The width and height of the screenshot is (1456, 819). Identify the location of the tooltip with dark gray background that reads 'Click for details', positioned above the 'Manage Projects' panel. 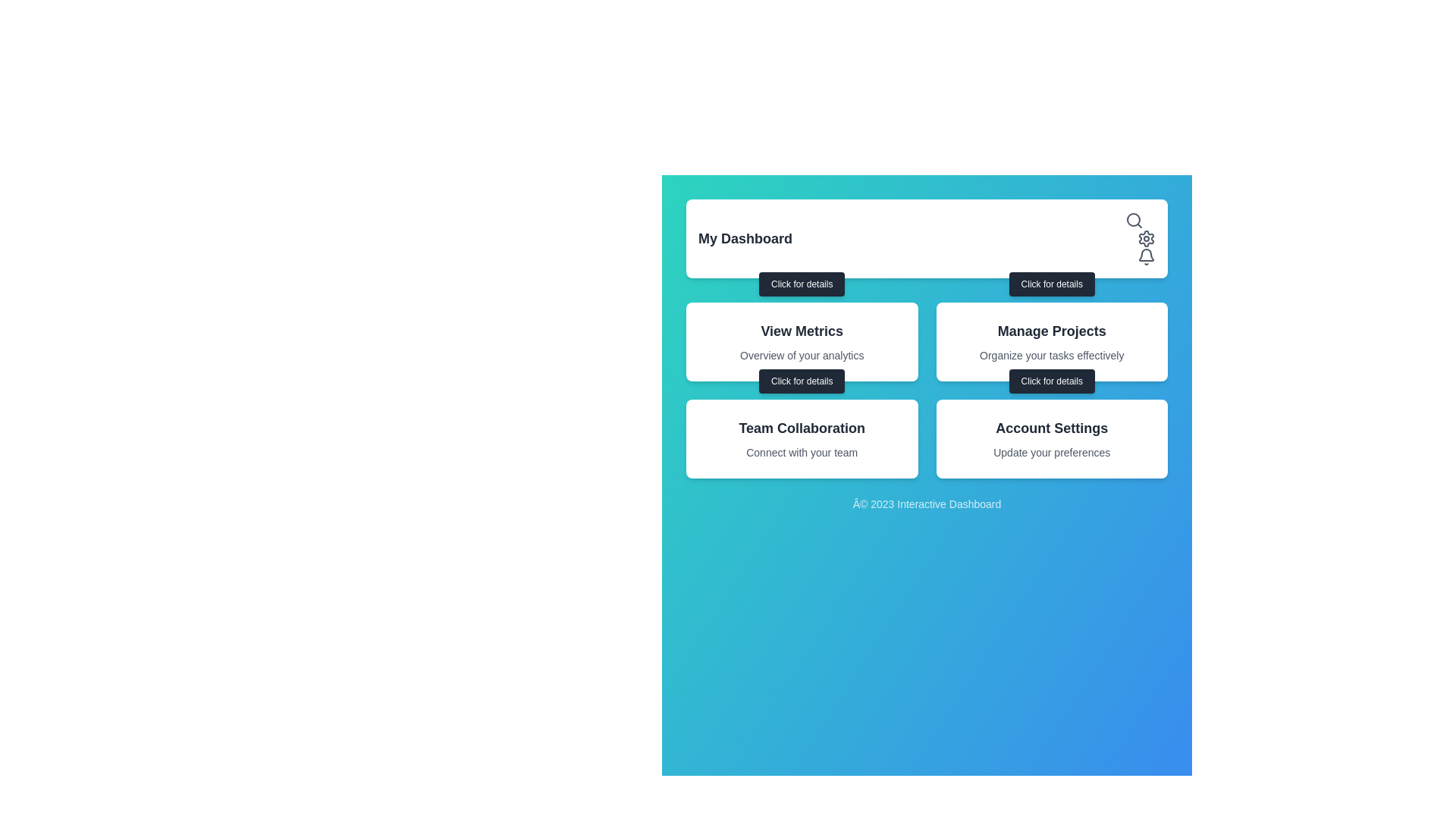
(1051, 284).